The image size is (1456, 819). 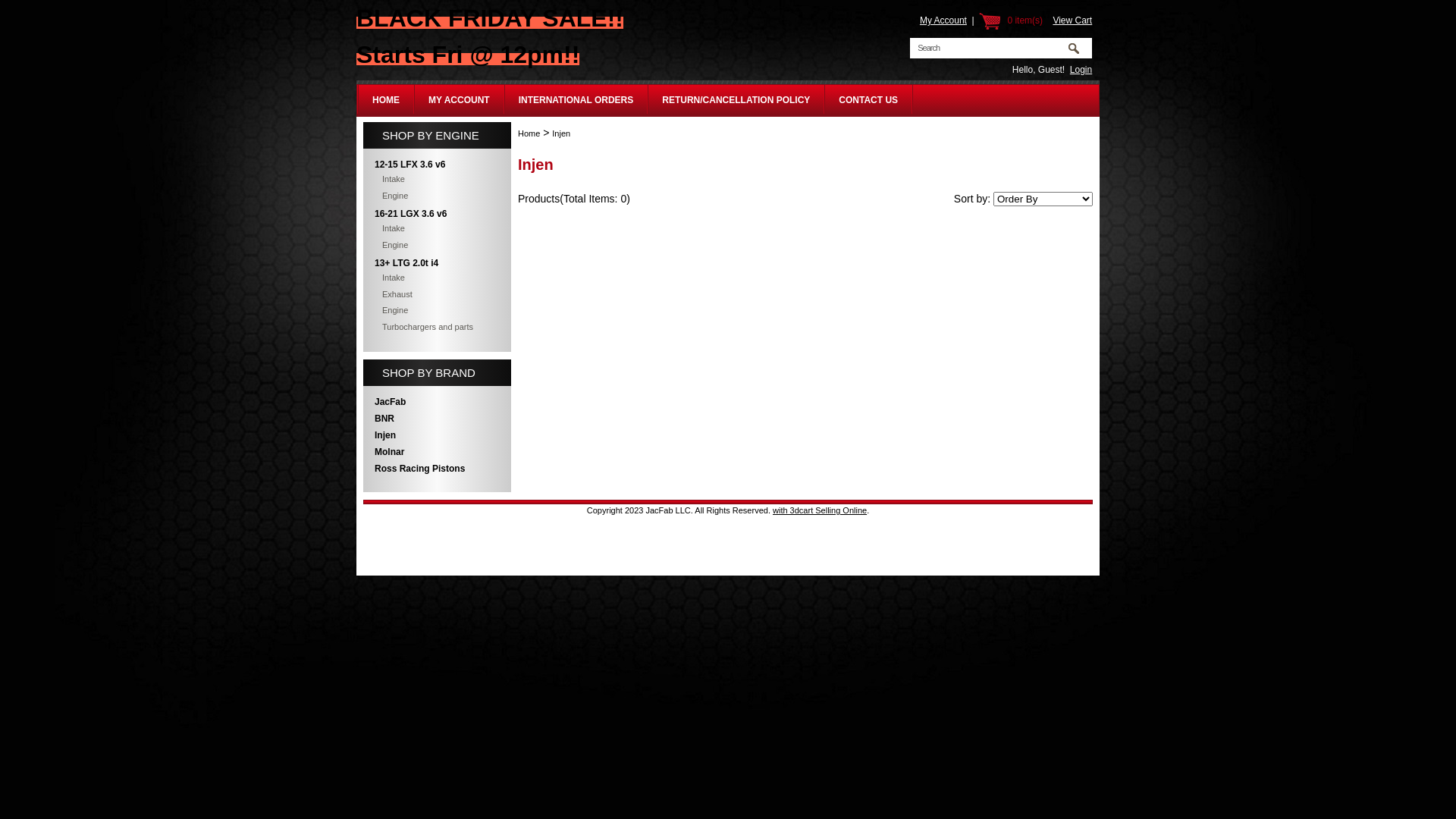 What do you see at coordinates (436, 294) in the screenshot?
I see `'Exhaust'` at bounding box center [436, 294].